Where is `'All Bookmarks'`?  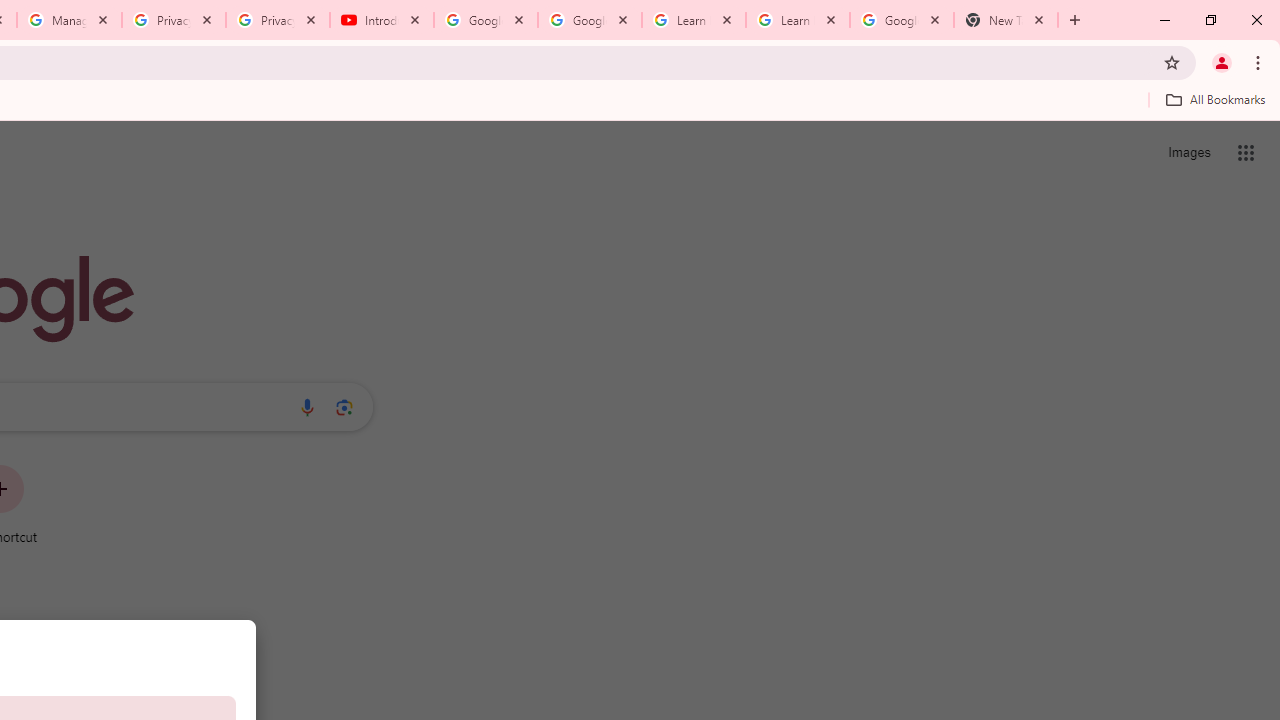 'All Bookmarks' is located at coordinates (1214, 99).